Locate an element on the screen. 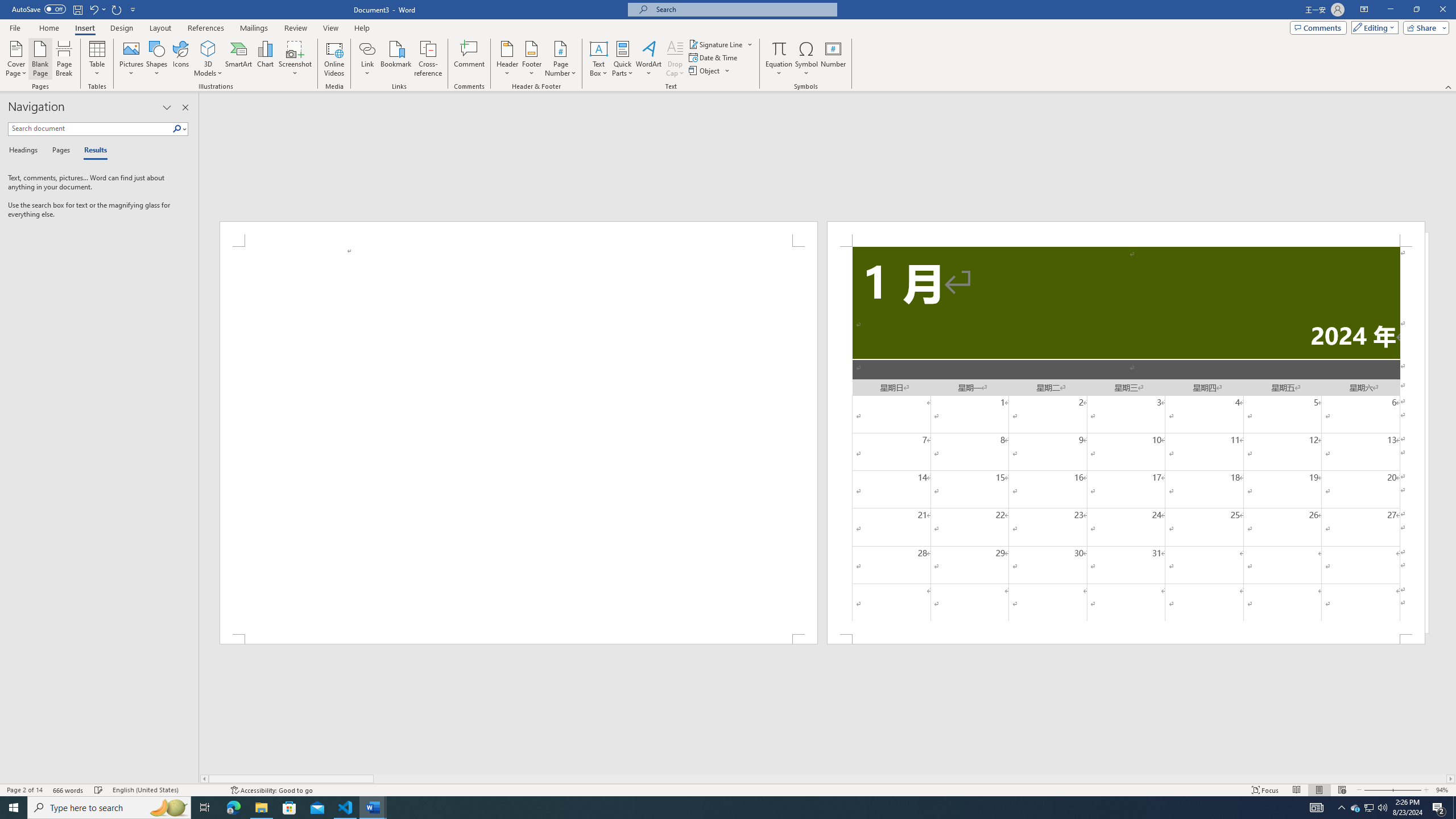 The height and width of the screenshot is (819, 1456). 'Text Box' is located at coordinates (598, 59).